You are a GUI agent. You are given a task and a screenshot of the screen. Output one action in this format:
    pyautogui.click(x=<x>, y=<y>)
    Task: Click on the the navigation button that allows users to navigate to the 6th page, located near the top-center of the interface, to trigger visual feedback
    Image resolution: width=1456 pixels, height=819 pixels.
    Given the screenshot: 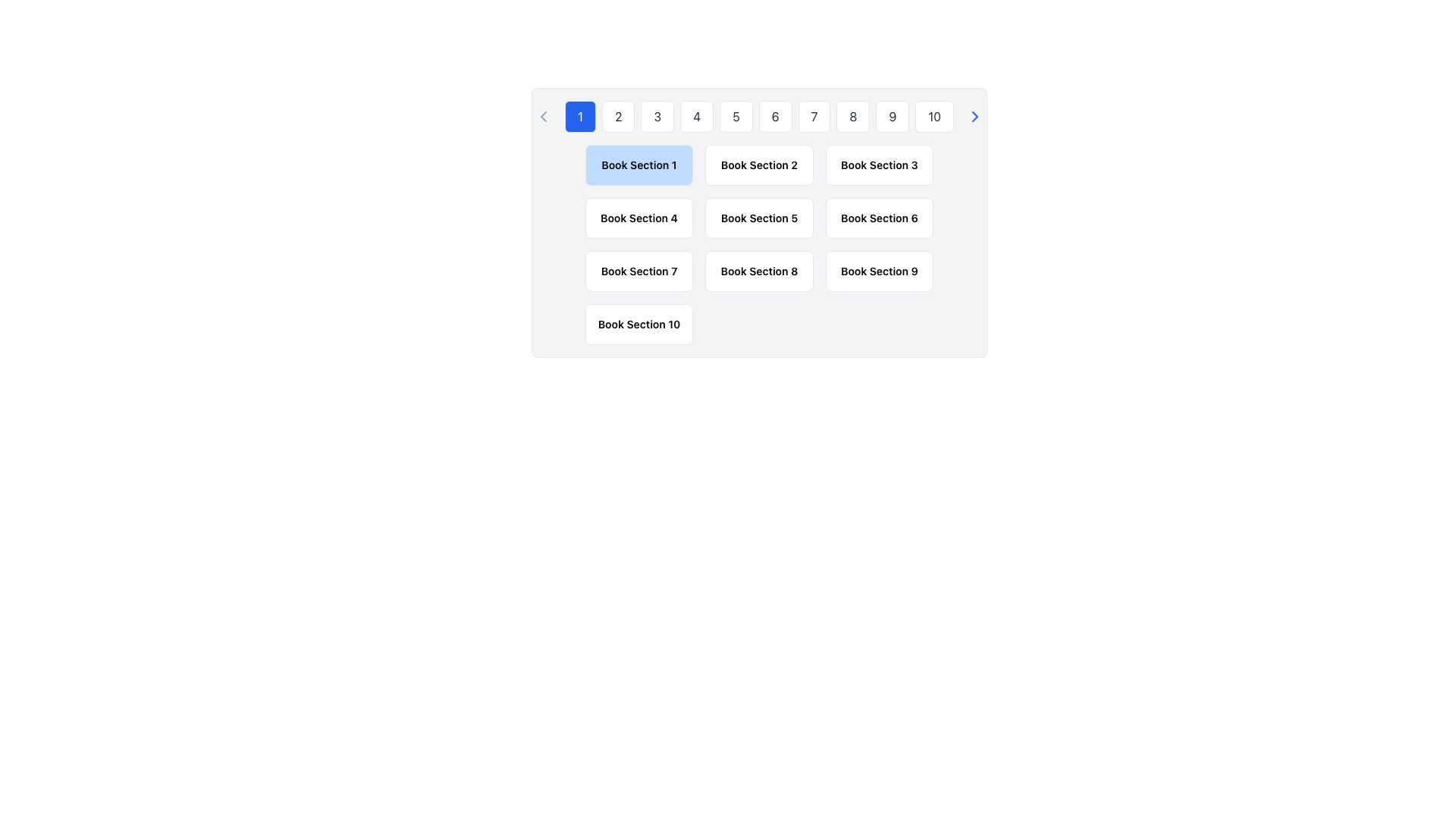 What is the action you would take?
    pyautogui.click(x=775, y=116)
    